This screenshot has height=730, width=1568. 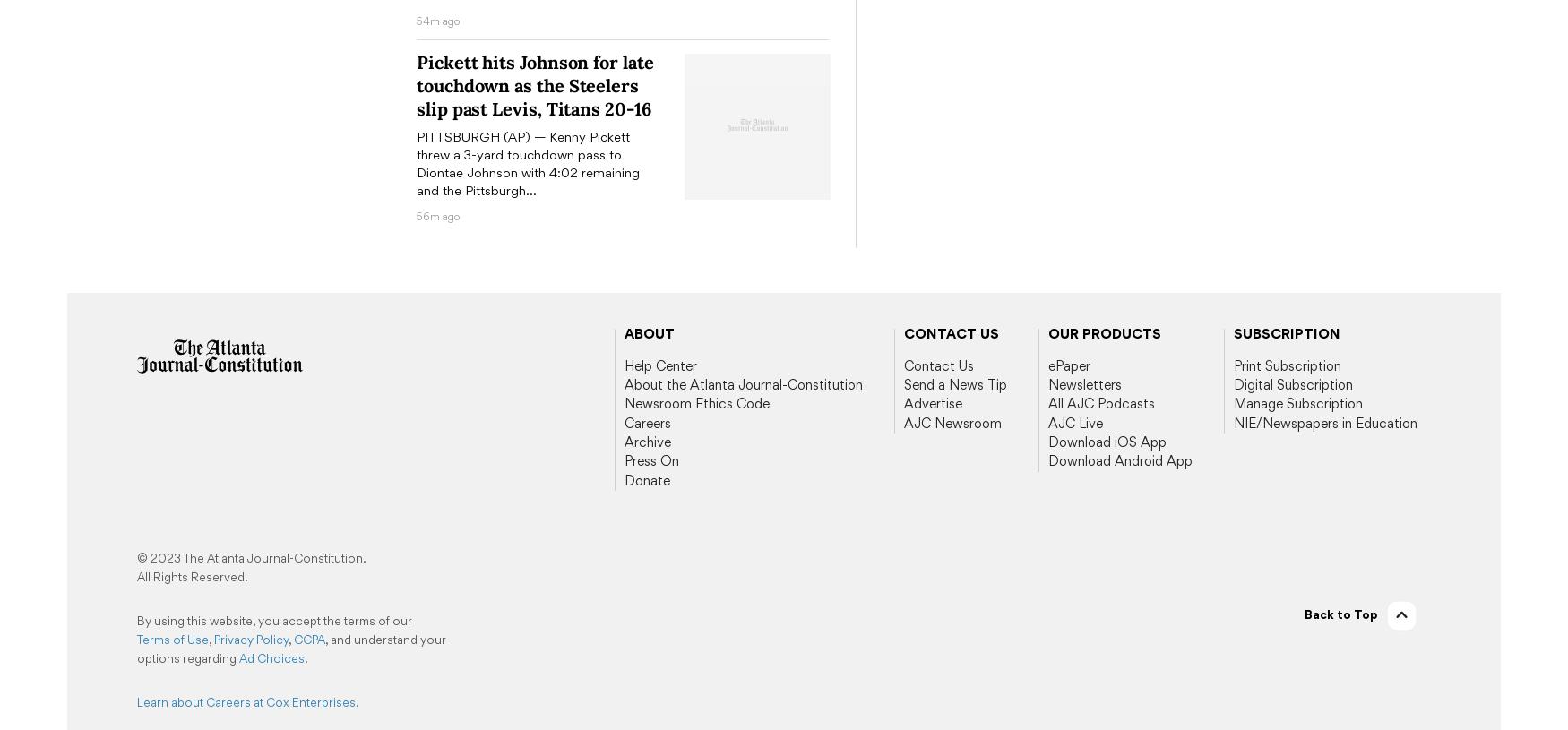 What do you see at coordinates (309, 638) in the screenshot?
I see `'CCPA'` at bounding box center [309, 638].